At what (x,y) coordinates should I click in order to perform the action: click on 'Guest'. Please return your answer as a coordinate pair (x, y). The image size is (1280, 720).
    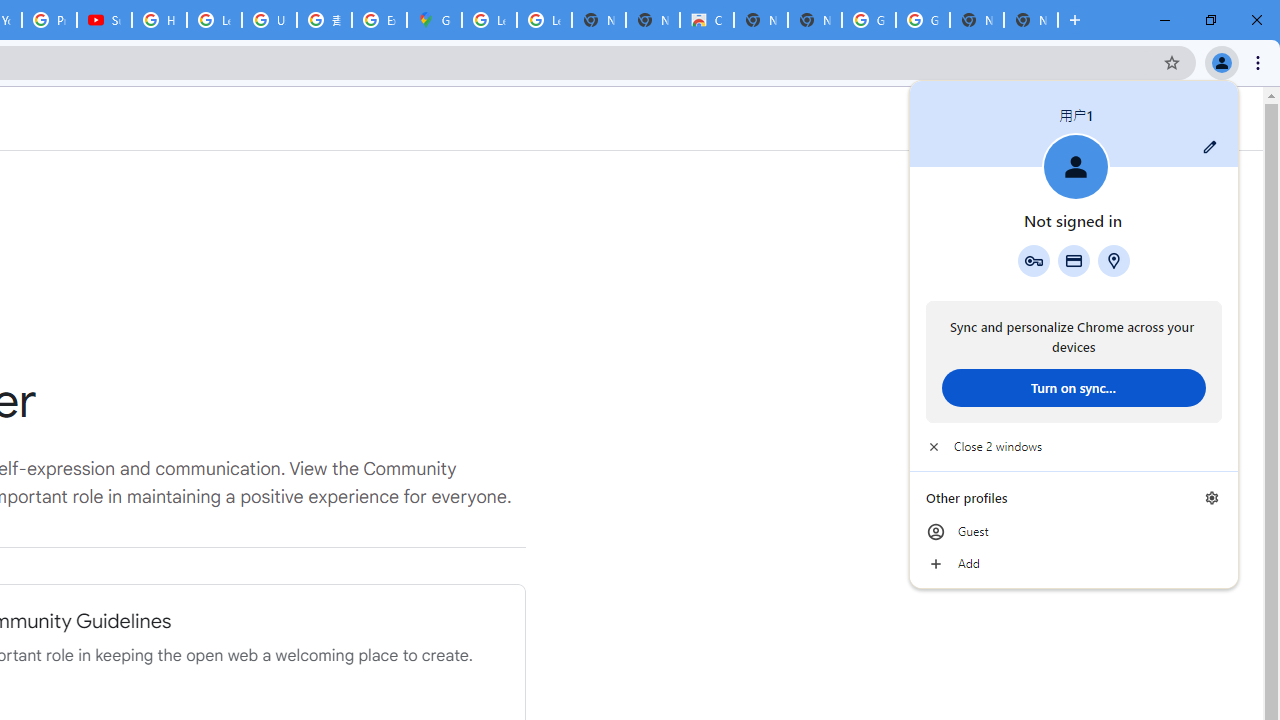
    Looking at the image, I should click on (1072, 531).